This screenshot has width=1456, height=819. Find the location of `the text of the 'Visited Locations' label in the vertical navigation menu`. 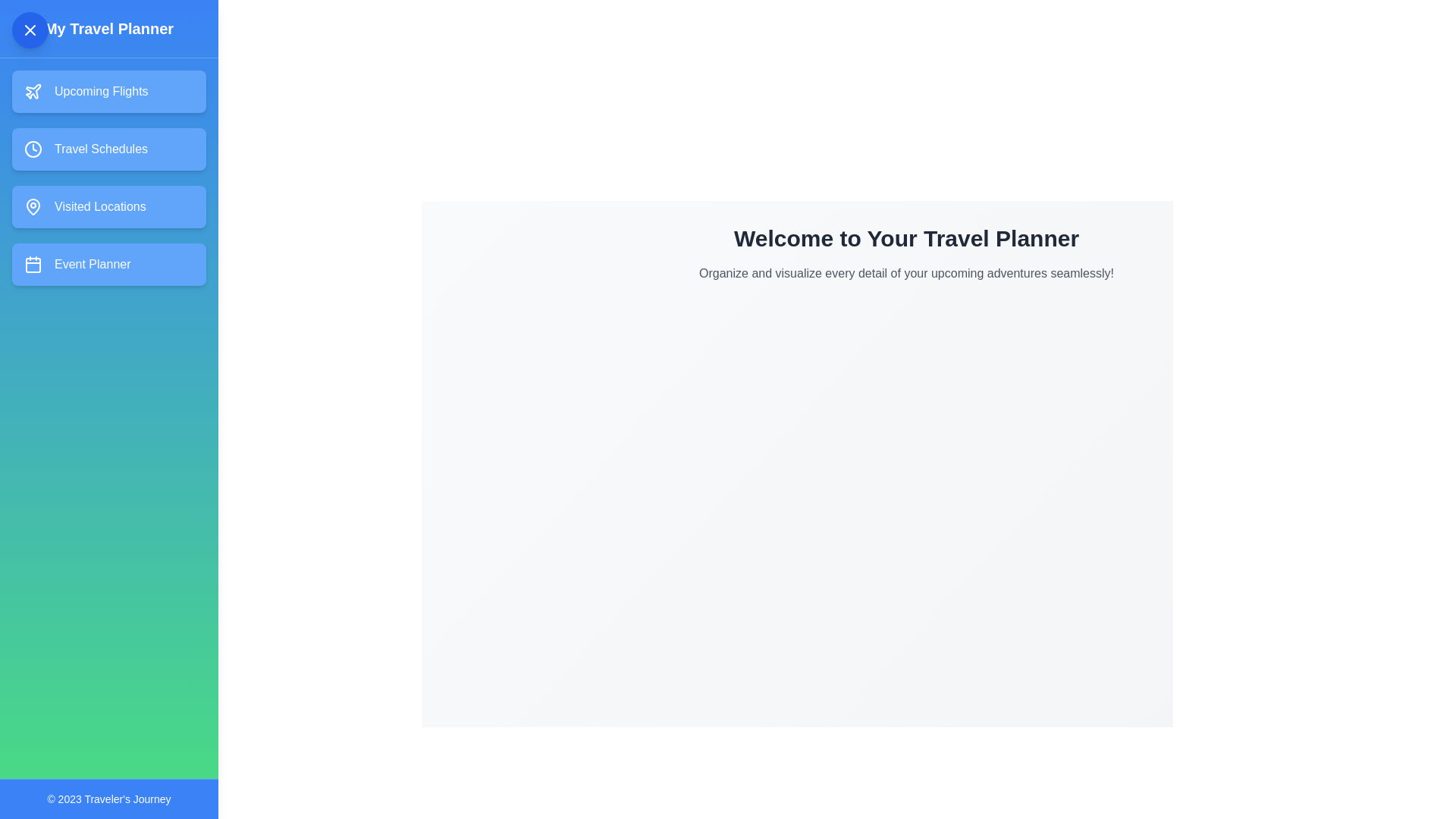

the text of the 'Visited Locations' label in the vertical navigation menu is located at coordinates (99, 207).